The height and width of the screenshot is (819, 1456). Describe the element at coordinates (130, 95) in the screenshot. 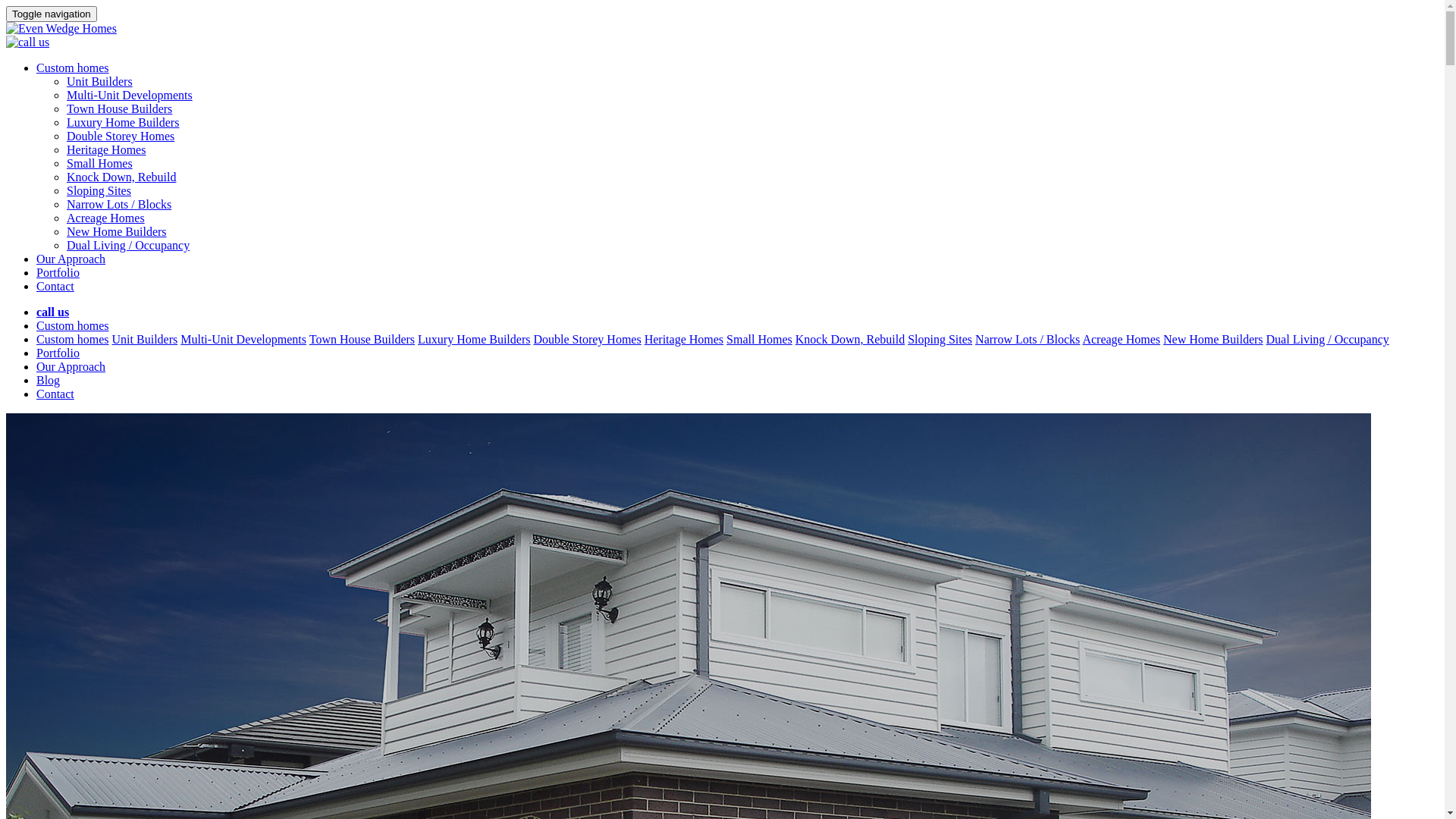

I see `'Multi-Unit Developments'` at that location.